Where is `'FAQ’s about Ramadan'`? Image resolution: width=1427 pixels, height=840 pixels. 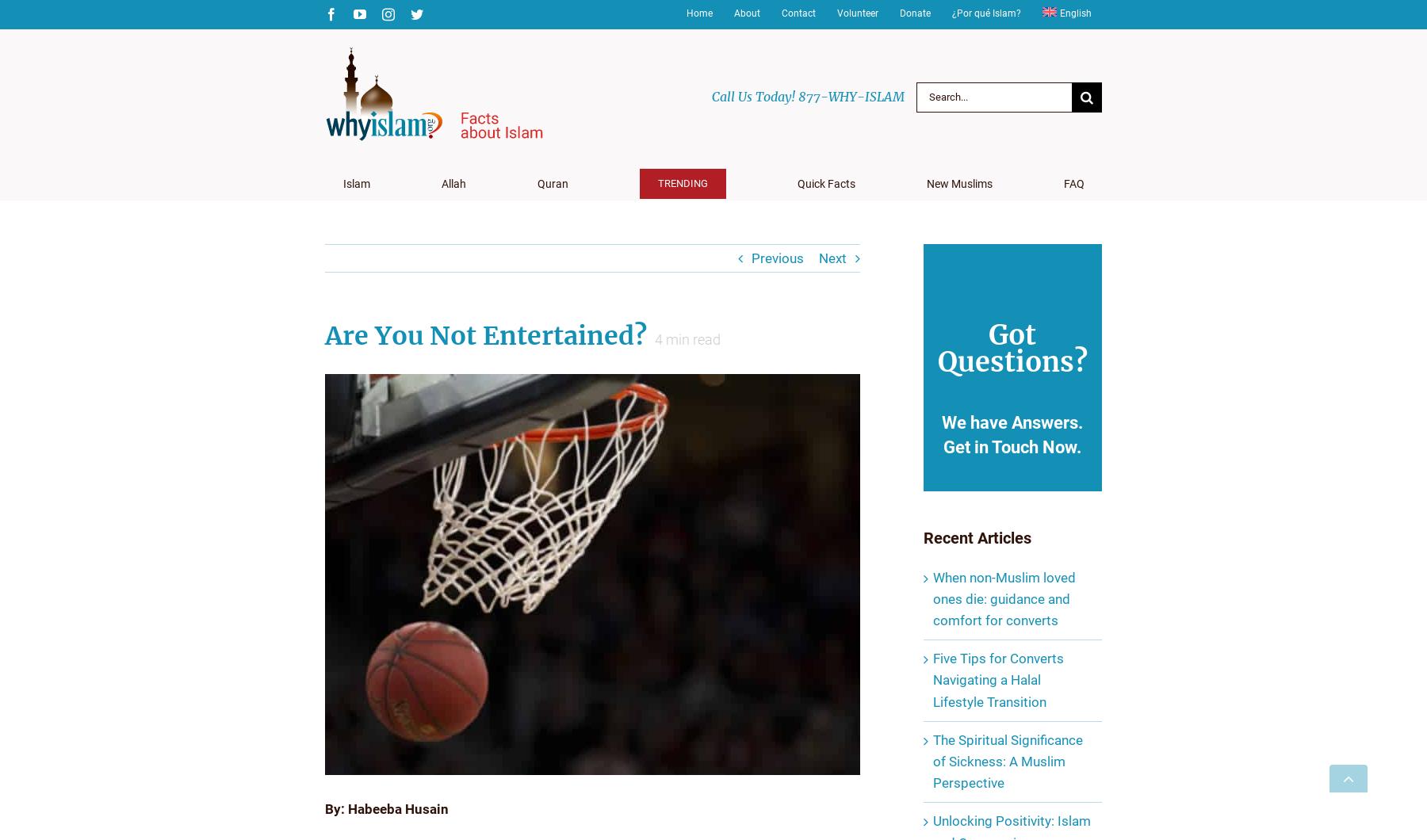 'FAQ’s about Ramadan' is located at coordinates (763, 349).